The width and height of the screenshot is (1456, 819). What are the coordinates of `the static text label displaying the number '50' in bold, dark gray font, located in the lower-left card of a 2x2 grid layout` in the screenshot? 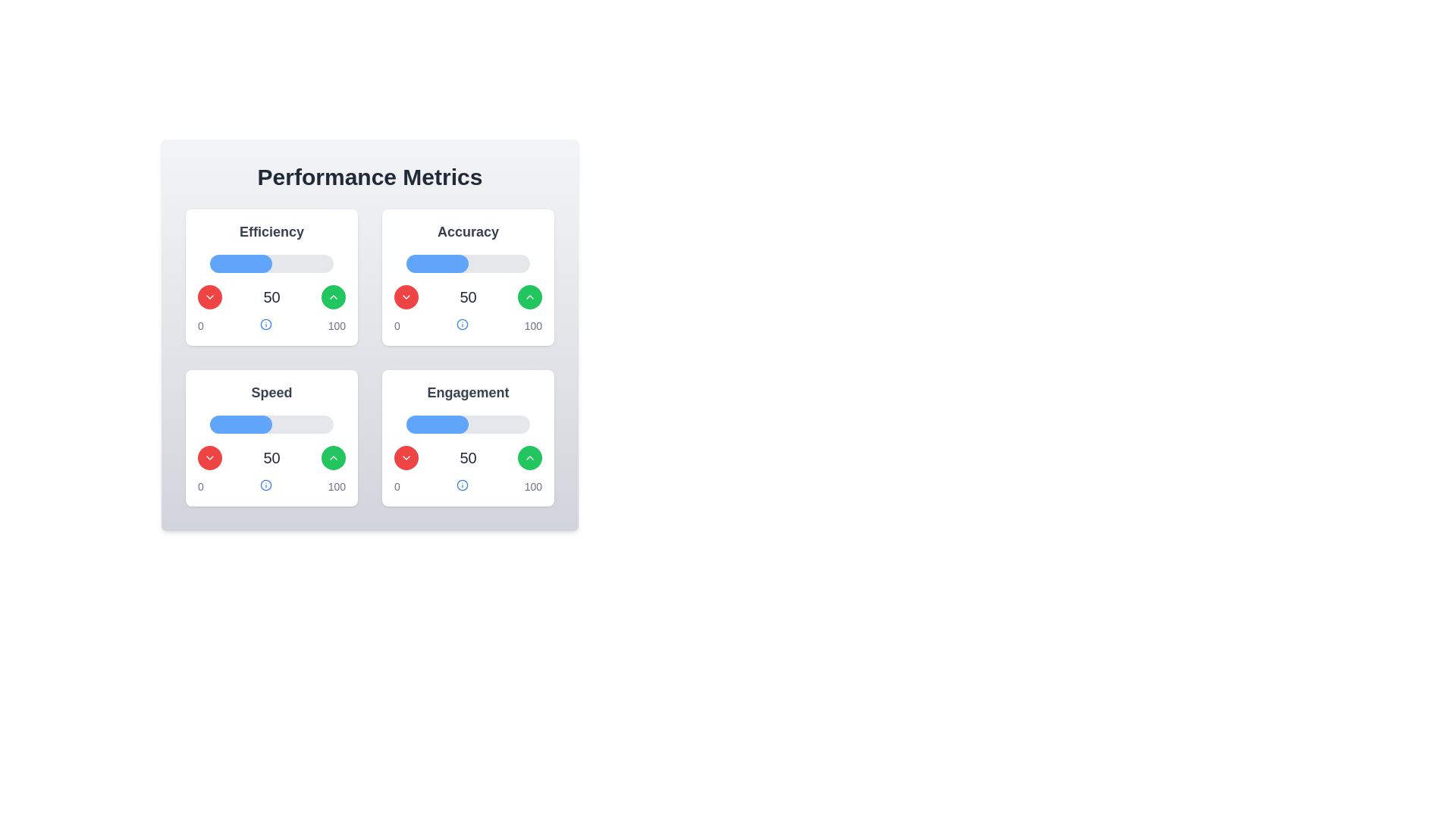 It's located at (271, 457).